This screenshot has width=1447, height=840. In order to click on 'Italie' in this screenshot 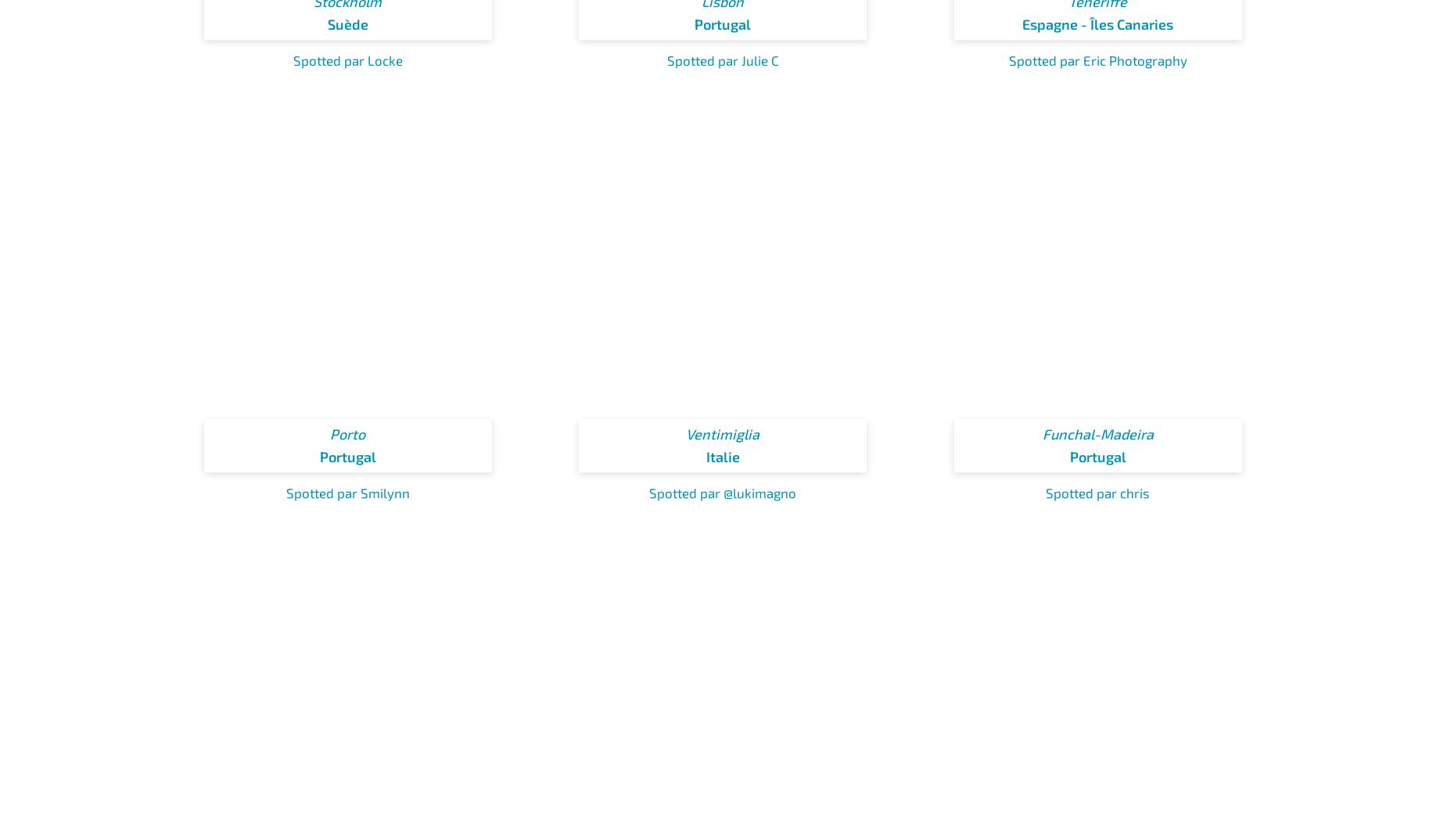, I will do `click(722, 456)`.